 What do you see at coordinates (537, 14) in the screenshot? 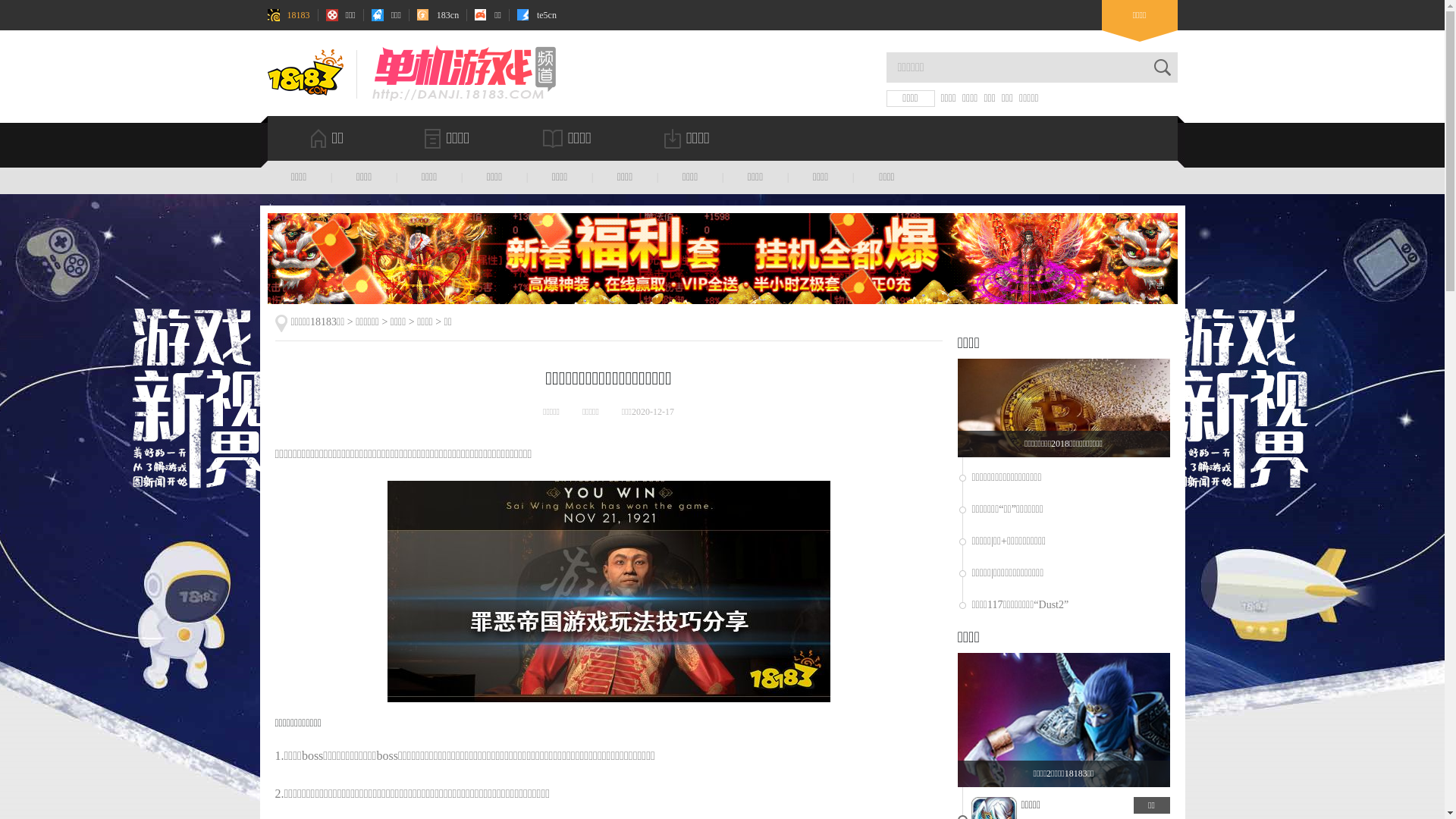
I see `'te5cn'` at bounding box center [537, 14].